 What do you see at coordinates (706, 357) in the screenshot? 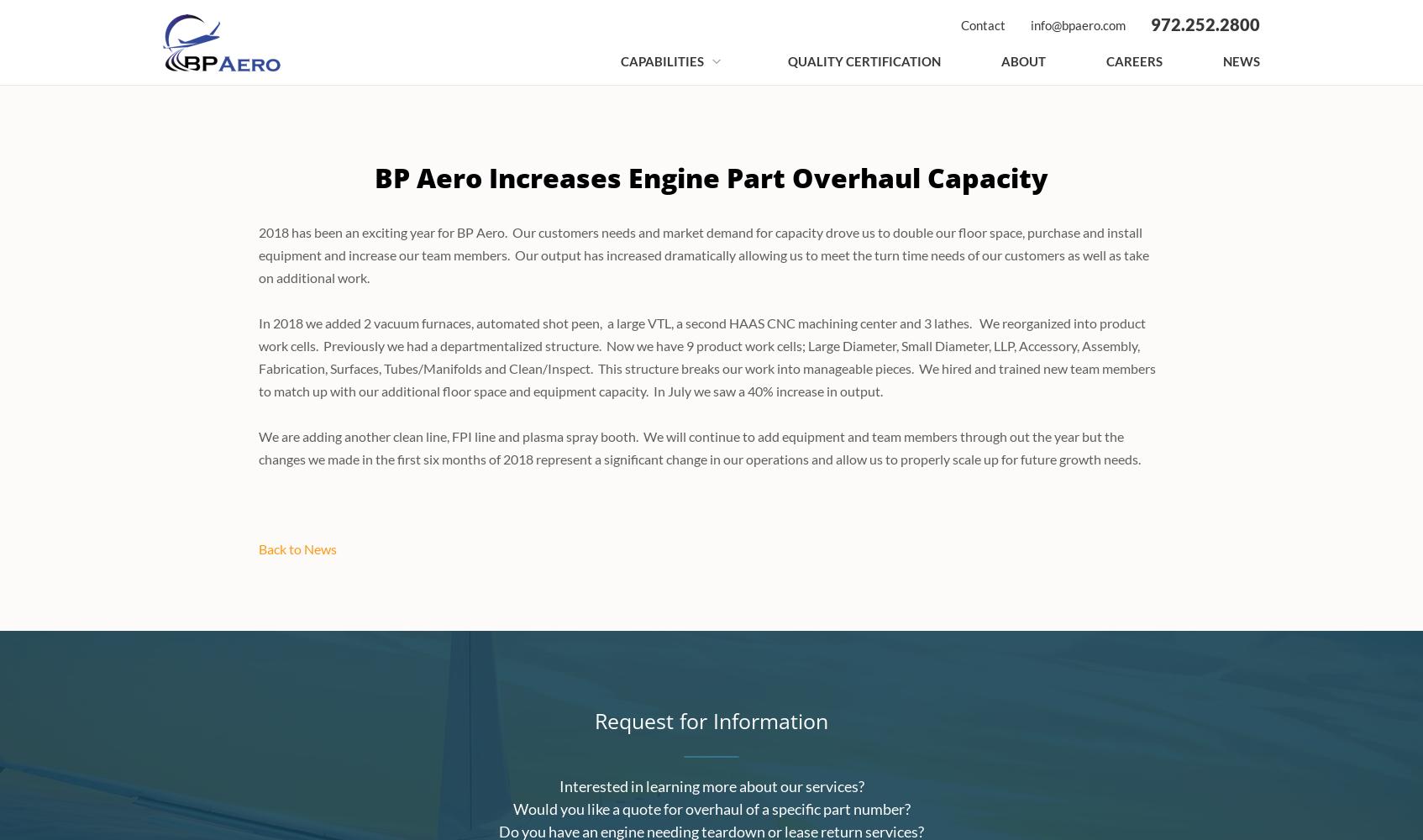
I see `'In 2018 we added 2 vacuum furnaces, automated shot peen,  a large VTL, a second HAAS CNC machining center and 3 lathes.   We reorganized into product work cells.  Previously we had a departmentalized structure.  Now we have 9 product work cells; Large Diameter, Small Diameter, LLP, Accessory, Assembly, Fabrication, Surfaces, Tubes/Manifolds and Clean/Inspect.  This structure breaks our work into manageable pieces.  We hired and trained new team members to match up with our additional floor space and equipment capacity.  In July we saw a 40% increase in output.'` at bounding box center [706, 357].